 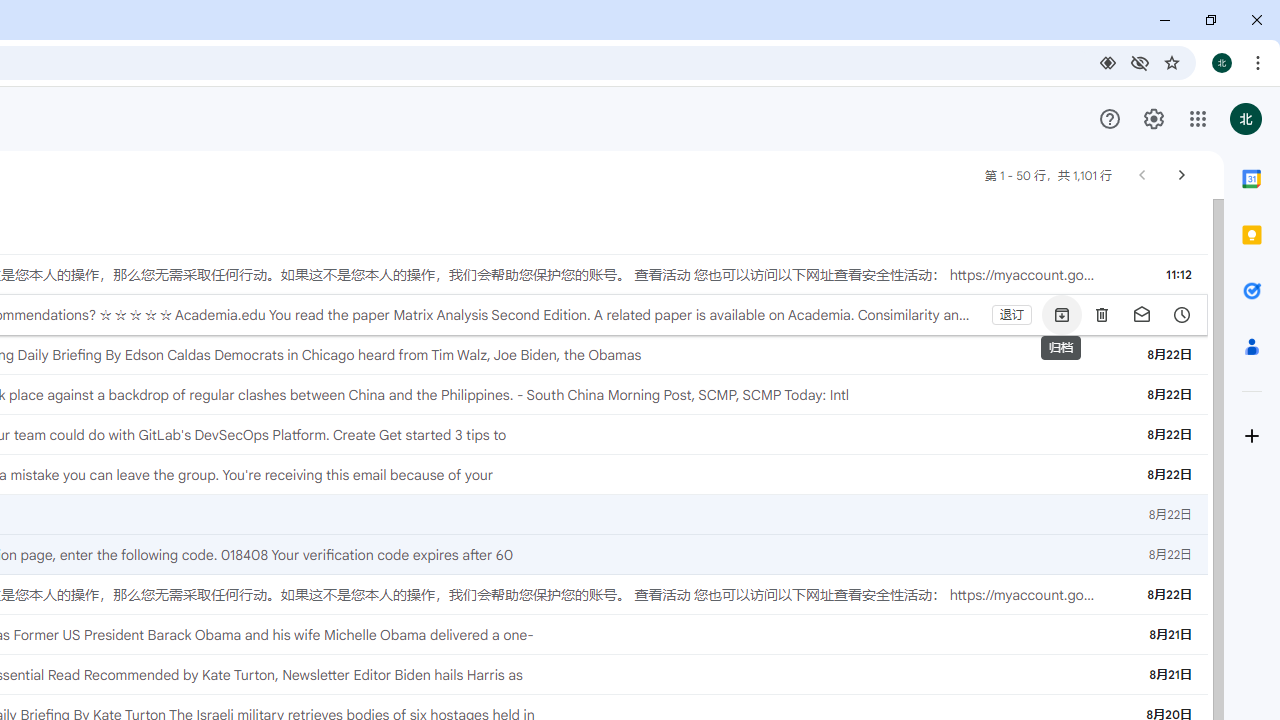 What do you see at coordinates (1106, 61) in the screenshot?
I see `'page wants to install a service handler.'` at bounding box center [1106, 61].